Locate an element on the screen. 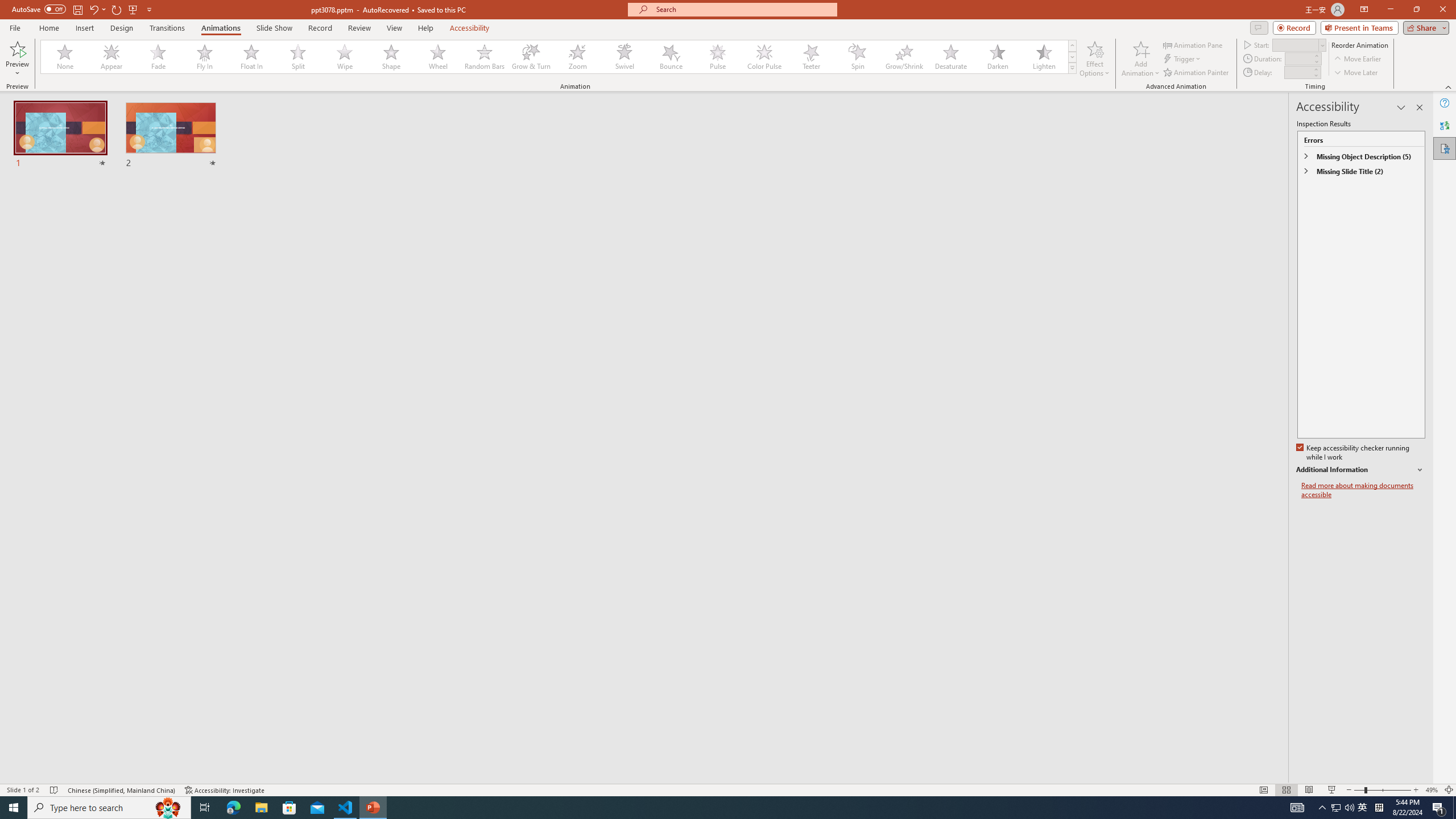  'Lighten' is located at coordinates (1043, 56).